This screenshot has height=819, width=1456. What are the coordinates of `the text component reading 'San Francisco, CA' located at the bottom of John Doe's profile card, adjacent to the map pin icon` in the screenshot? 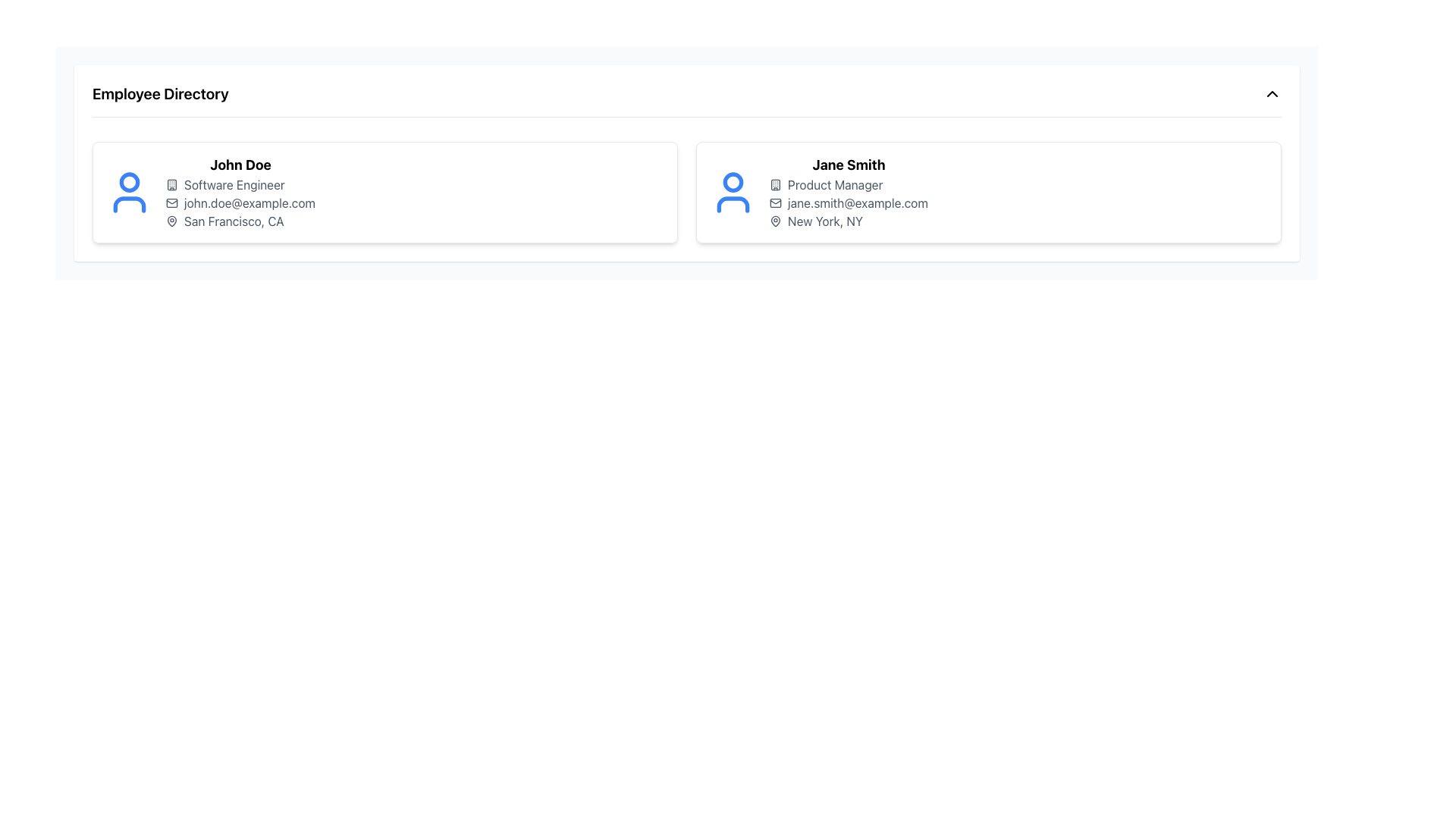 It's located at (240, 221).